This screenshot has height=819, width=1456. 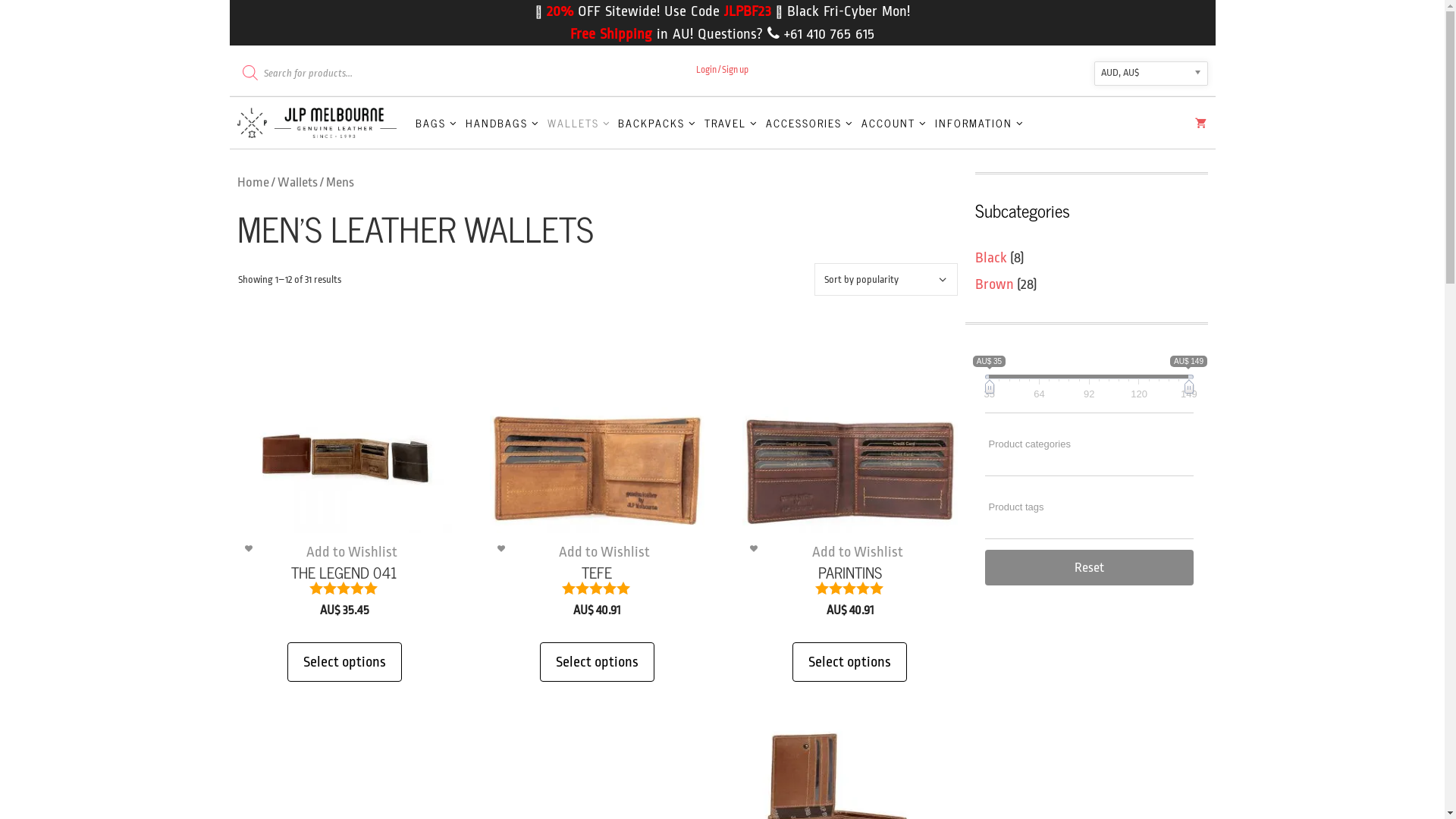 What do you see at coordinates (721, 70) in the screenshot?
I see `'Login / Sign up'` at bounding box center [721, 70].